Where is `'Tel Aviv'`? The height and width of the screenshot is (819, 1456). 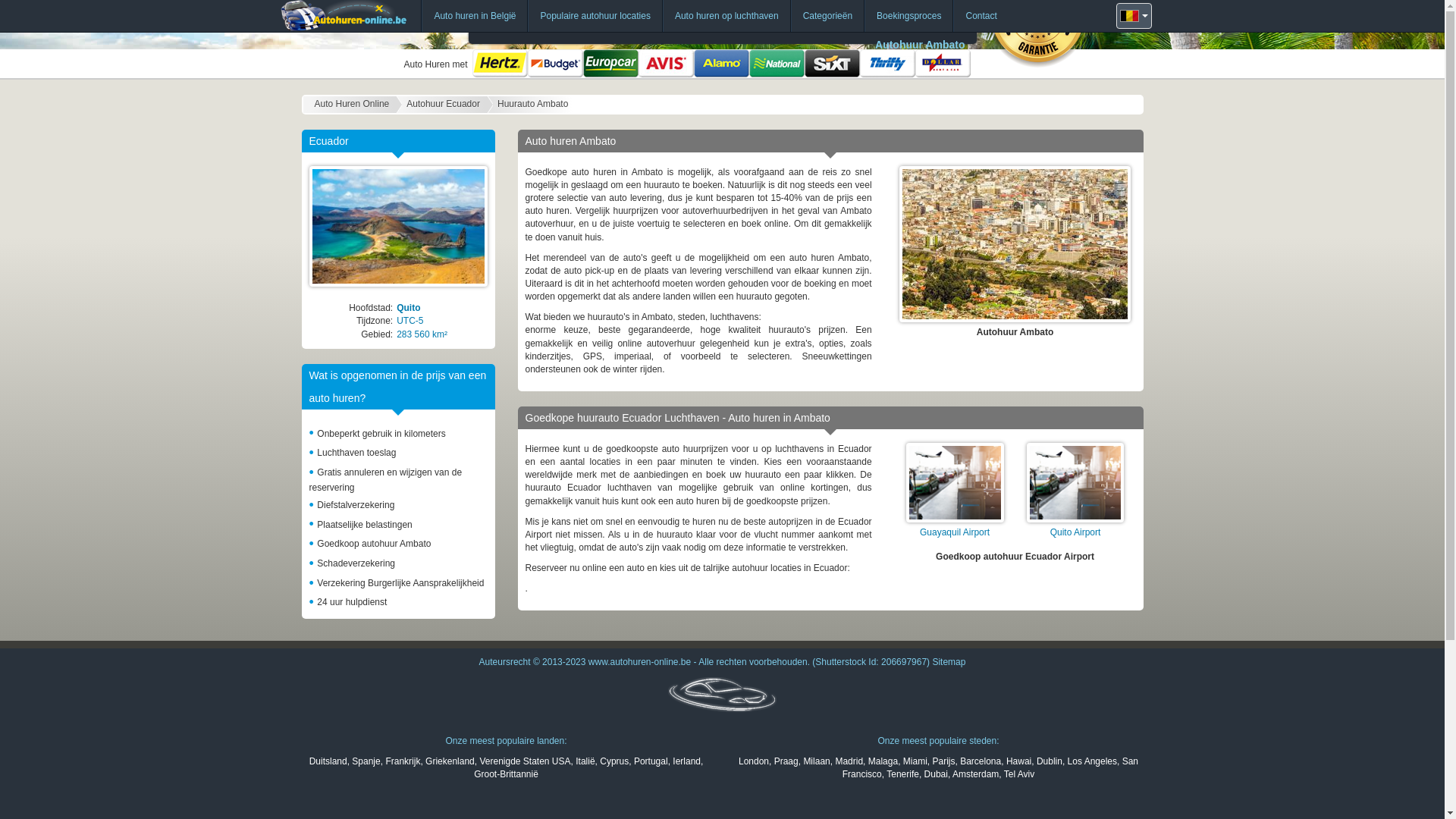
'Tel Aviv' is located at coordinates (1019, 774).